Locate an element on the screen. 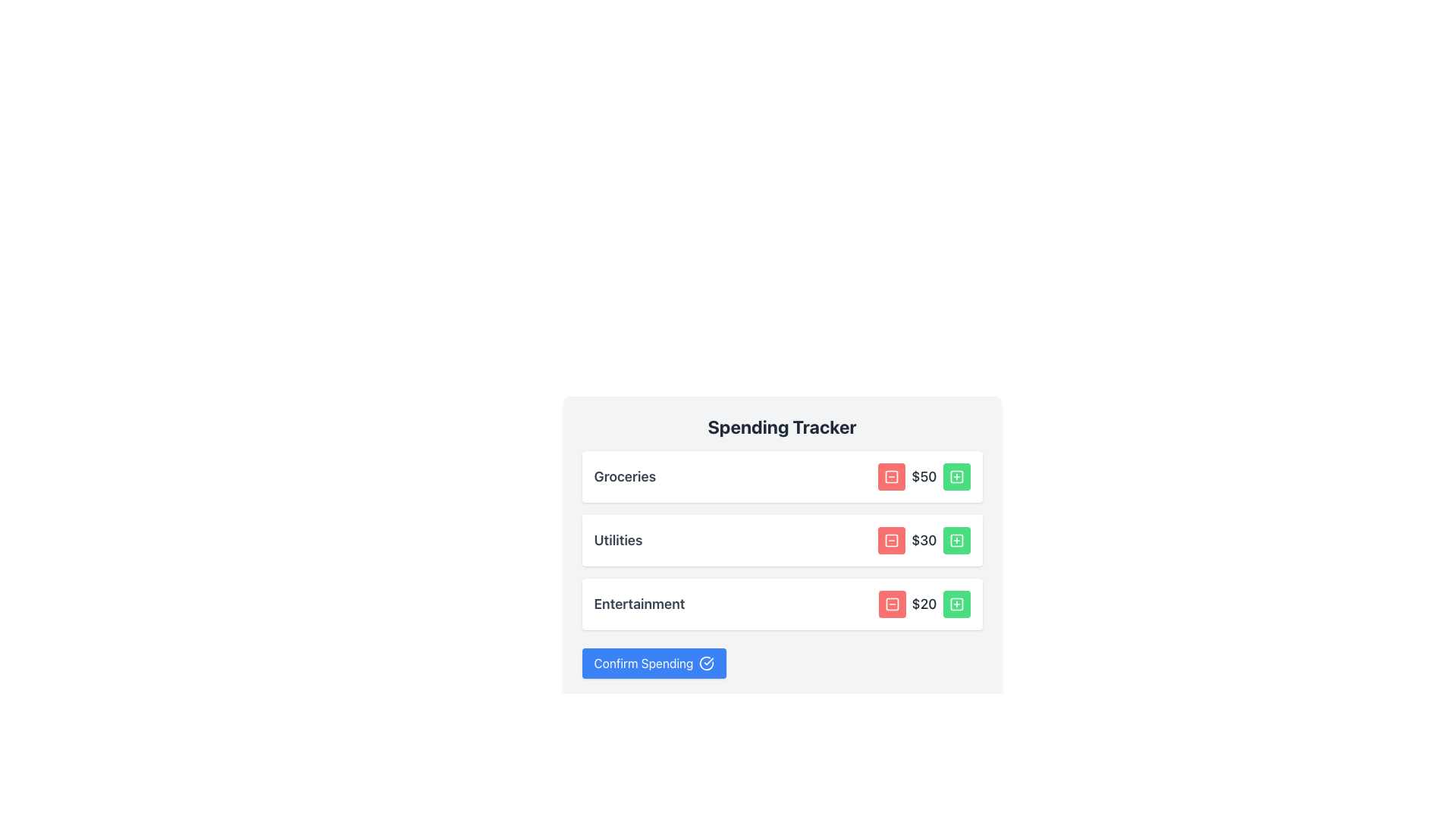 The height and width of the screenshot is (819, 1456). the 'Groceries' text label, which is a bold, medium-sized, gray font element located at the far-left of a spending tracker interface row is located at coordinates (625, 475).